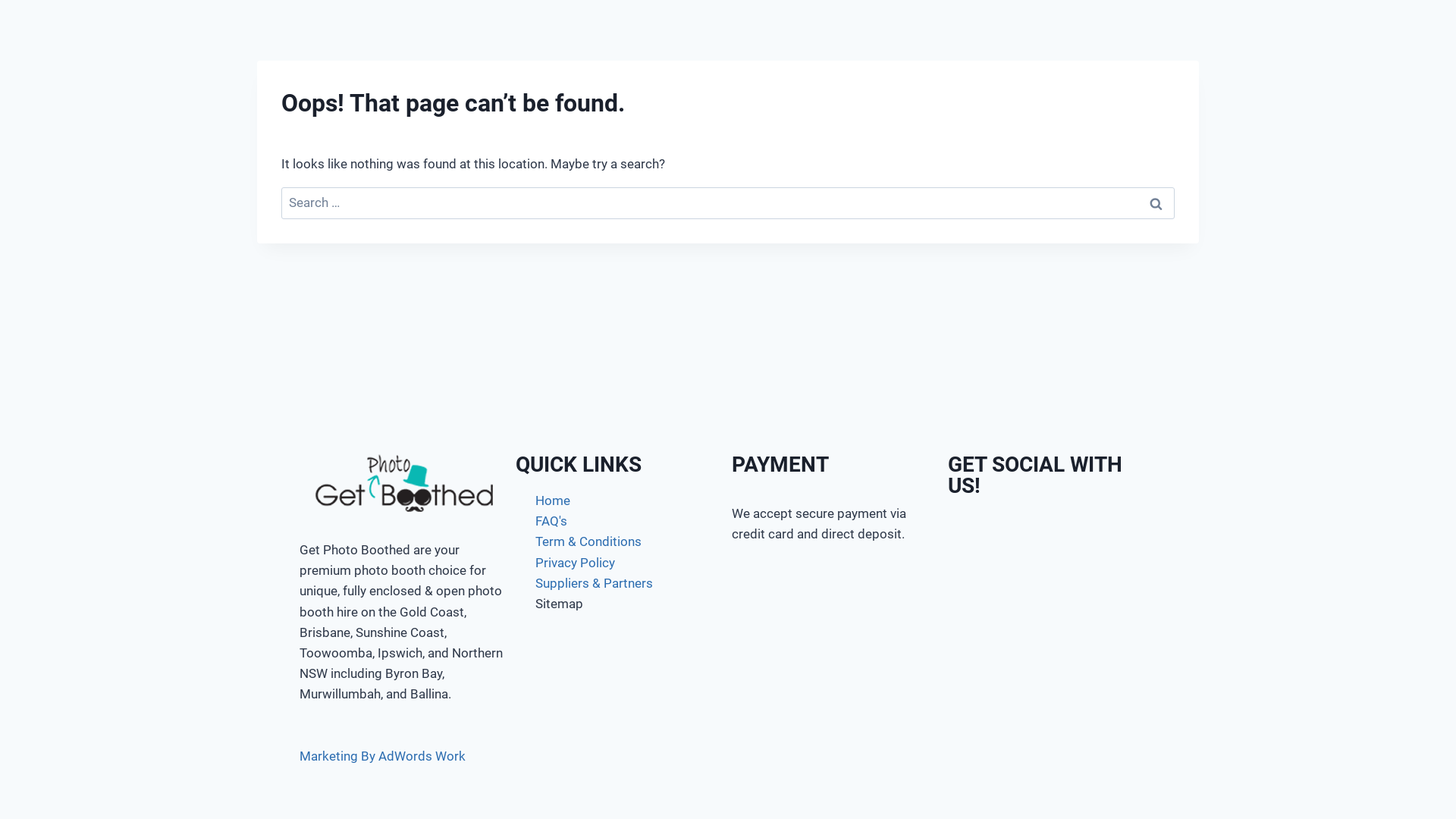 The height and width of the screenshot is (819, 1456). I want to click on 'Home', so click(620, 500).